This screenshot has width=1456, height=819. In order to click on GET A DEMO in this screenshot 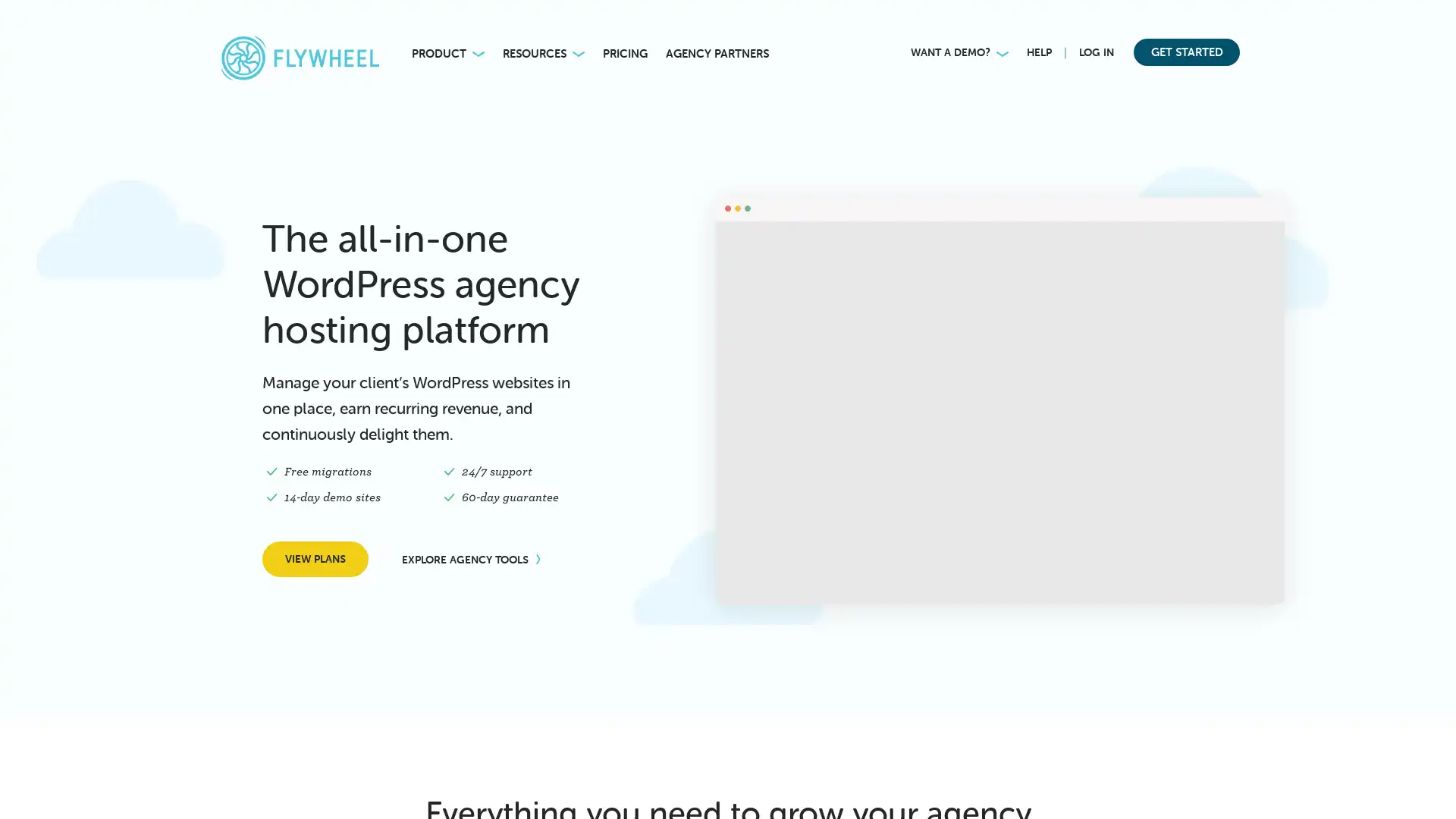, I will do `click(262, 783)`.